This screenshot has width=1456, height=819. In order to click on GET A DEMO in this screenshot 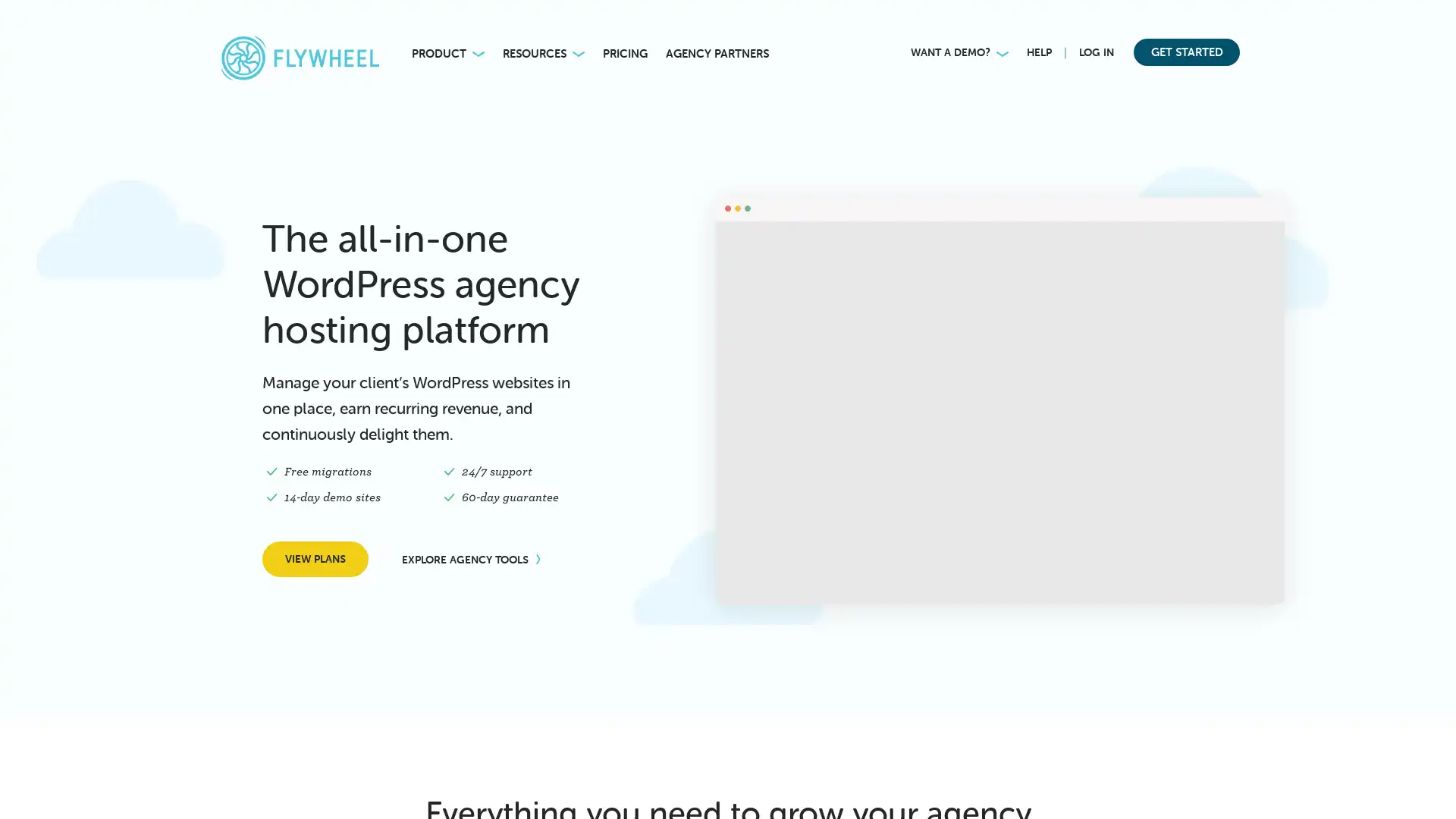, I will do `click(262, 783)`.